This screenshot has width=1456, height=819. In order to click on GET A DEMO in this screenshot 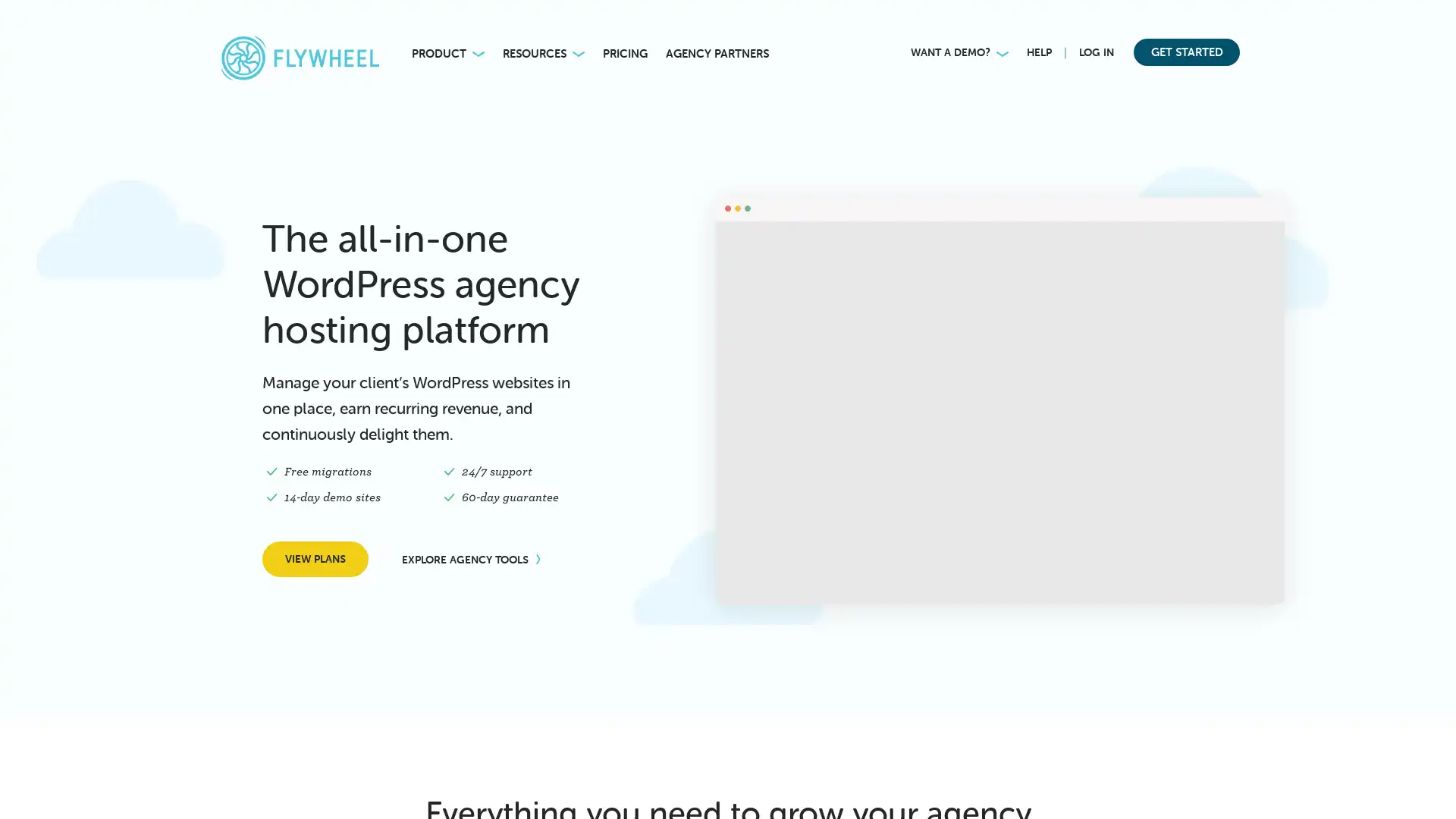, I will do `click(262, 783)`.